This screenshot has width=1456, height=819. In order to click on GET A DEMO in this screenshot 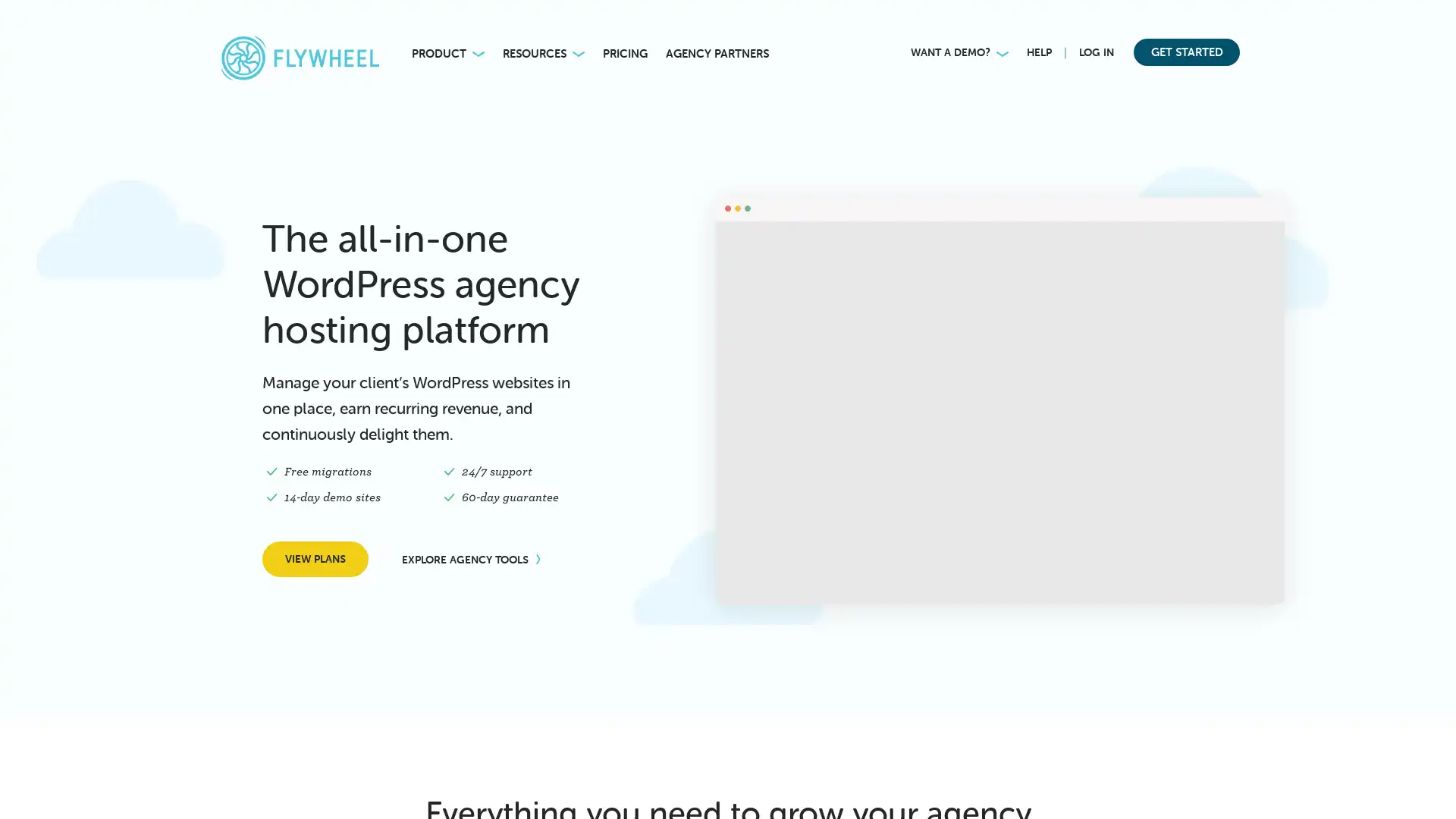, I will do `click(262, 783)`.